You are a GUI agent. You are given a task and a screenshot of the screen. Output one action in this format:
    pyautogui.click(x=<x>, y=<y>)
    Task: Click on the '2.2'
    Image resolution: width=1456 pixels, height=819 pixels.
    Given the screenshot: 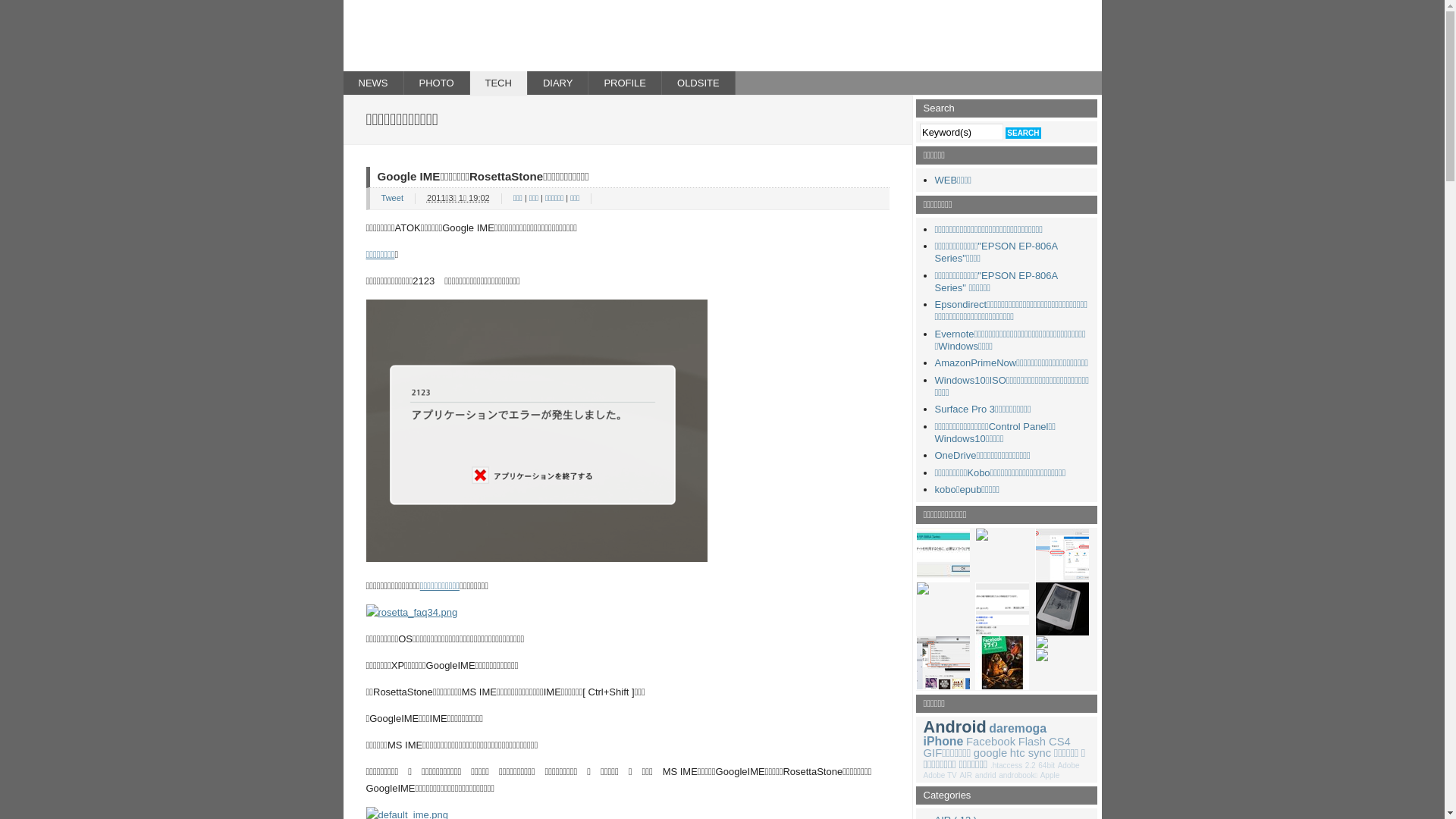 What is the action you would take?
    pyautogui.click(x=1030, y=765)
    